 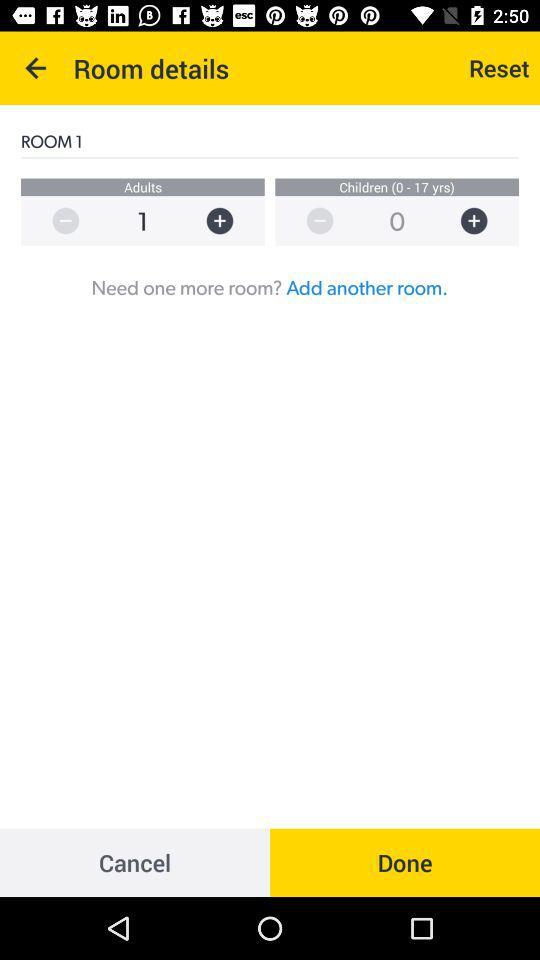 What do you see at coordinates (498, 68) in the screenshot?
I see `icon to the right of the room details icon` at bounding box center [498, 68].